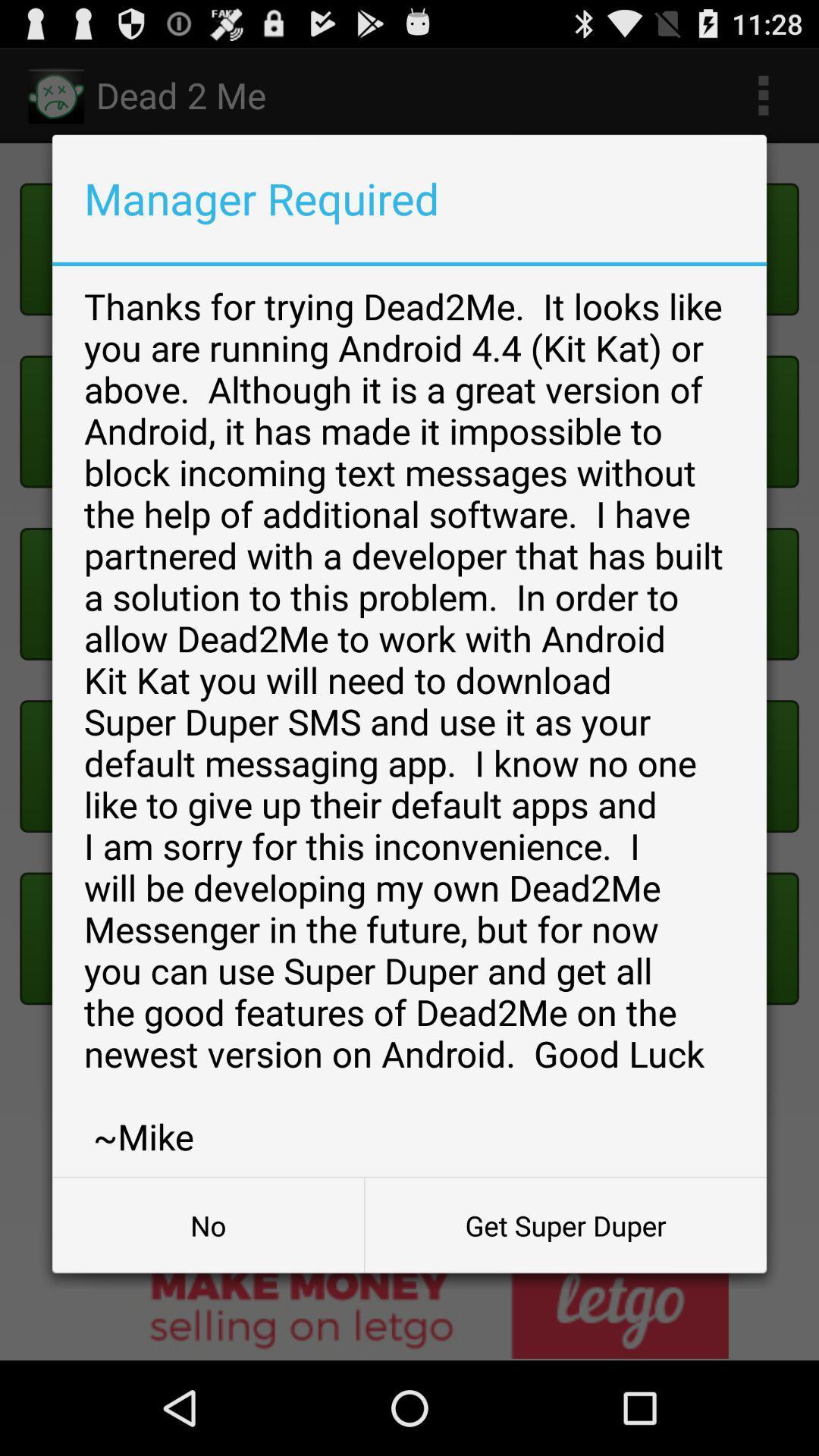 The image size is (819, 1456). Describe the element at coordinates (208, 1225) in the screenshot. I see `the app below the thanks for trying item` at that location.